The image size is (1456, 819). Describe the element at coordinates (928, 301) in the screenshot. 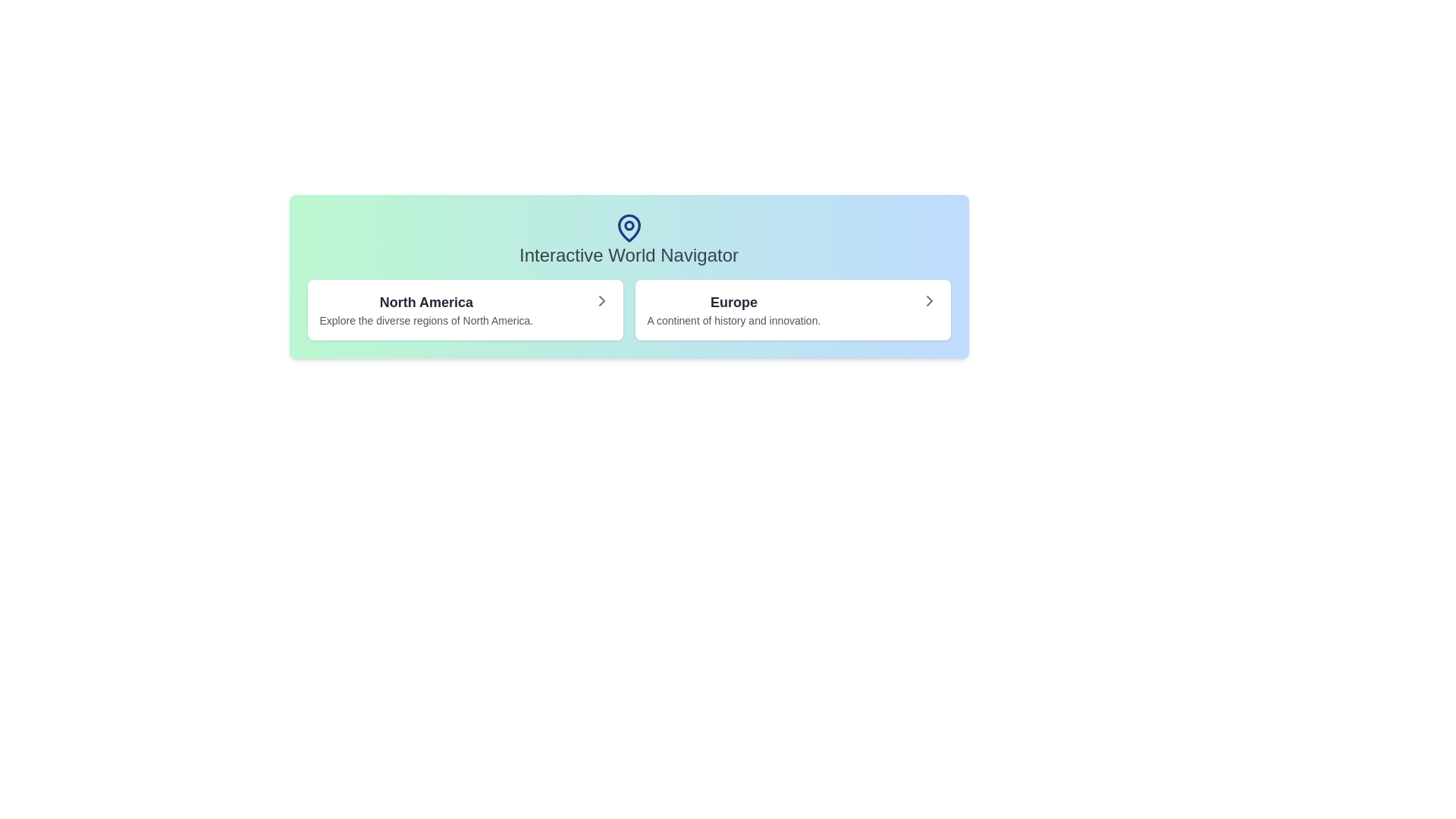

I see `the navigation icon located at the far-right edge of the card containing the text 'Europe A continent of history and innovation' to proceed for further navigation` at that location.